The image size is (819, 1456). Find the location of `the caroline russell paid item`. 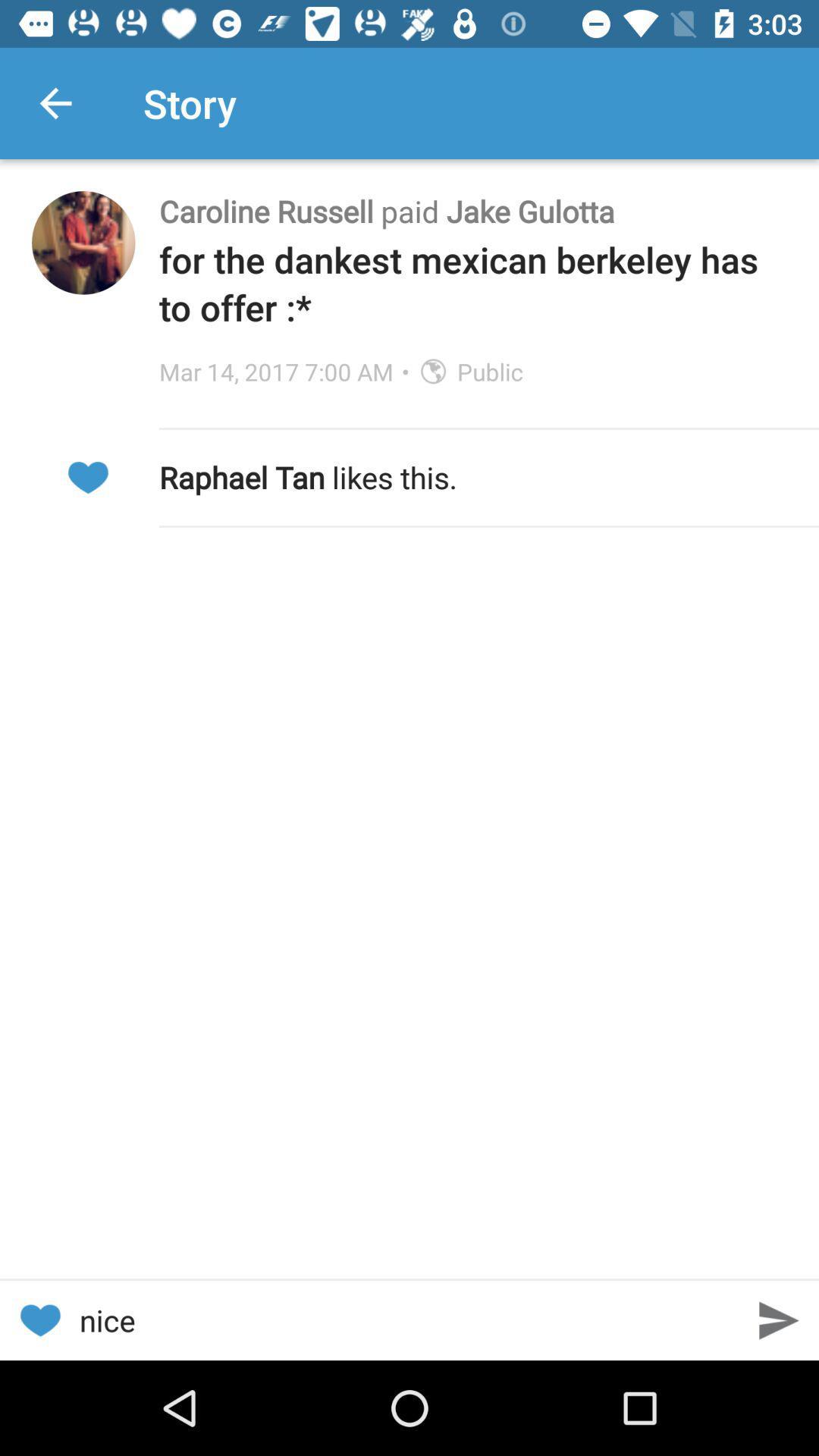

the caroline russell paid item is located at coordinates (472, 210).